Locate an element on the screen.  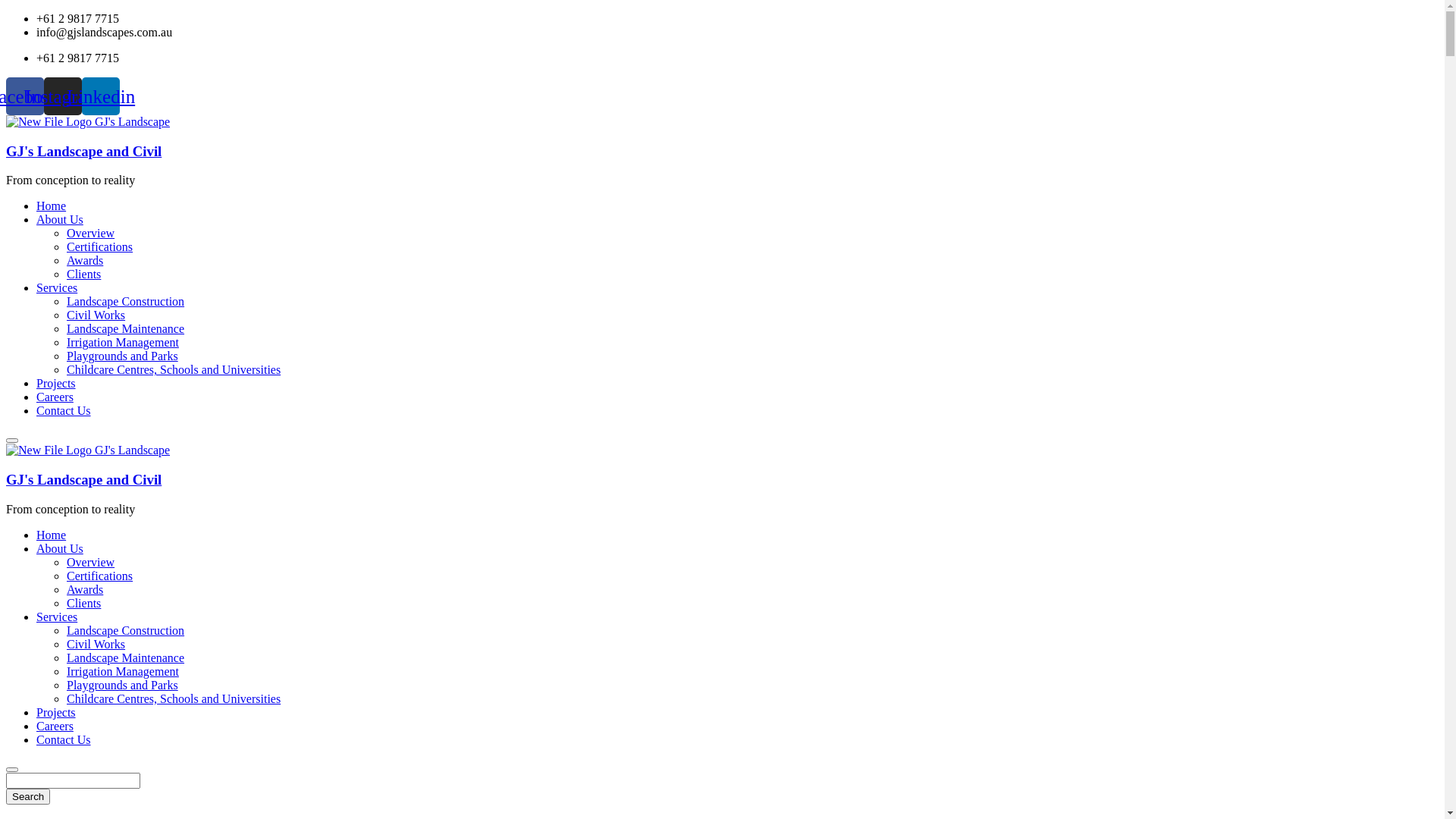
'Instagram' is located at coordinates (61, 96).